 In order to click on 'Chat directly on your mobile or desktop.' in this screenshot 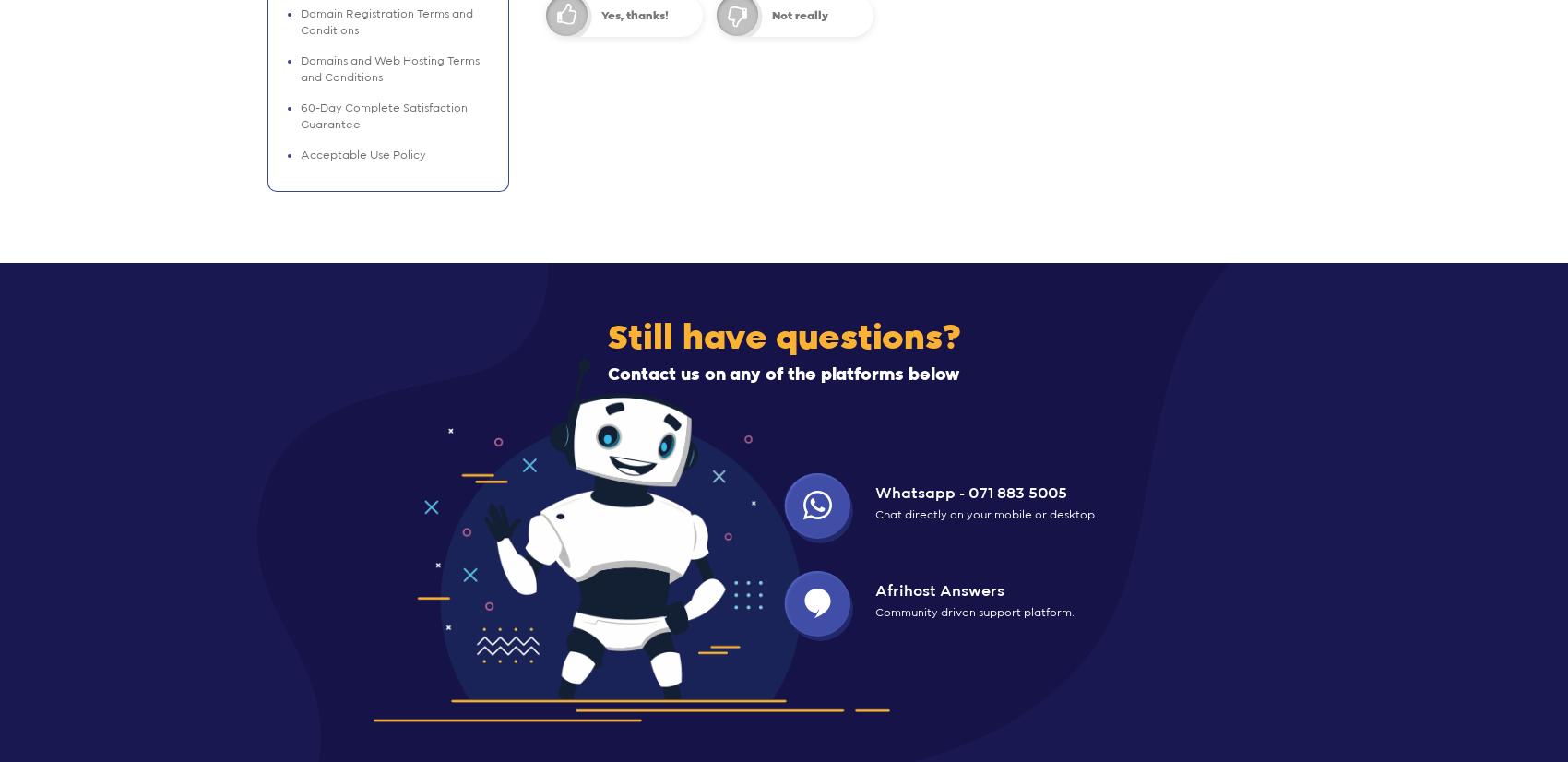, I will do `click(874, 513)`.